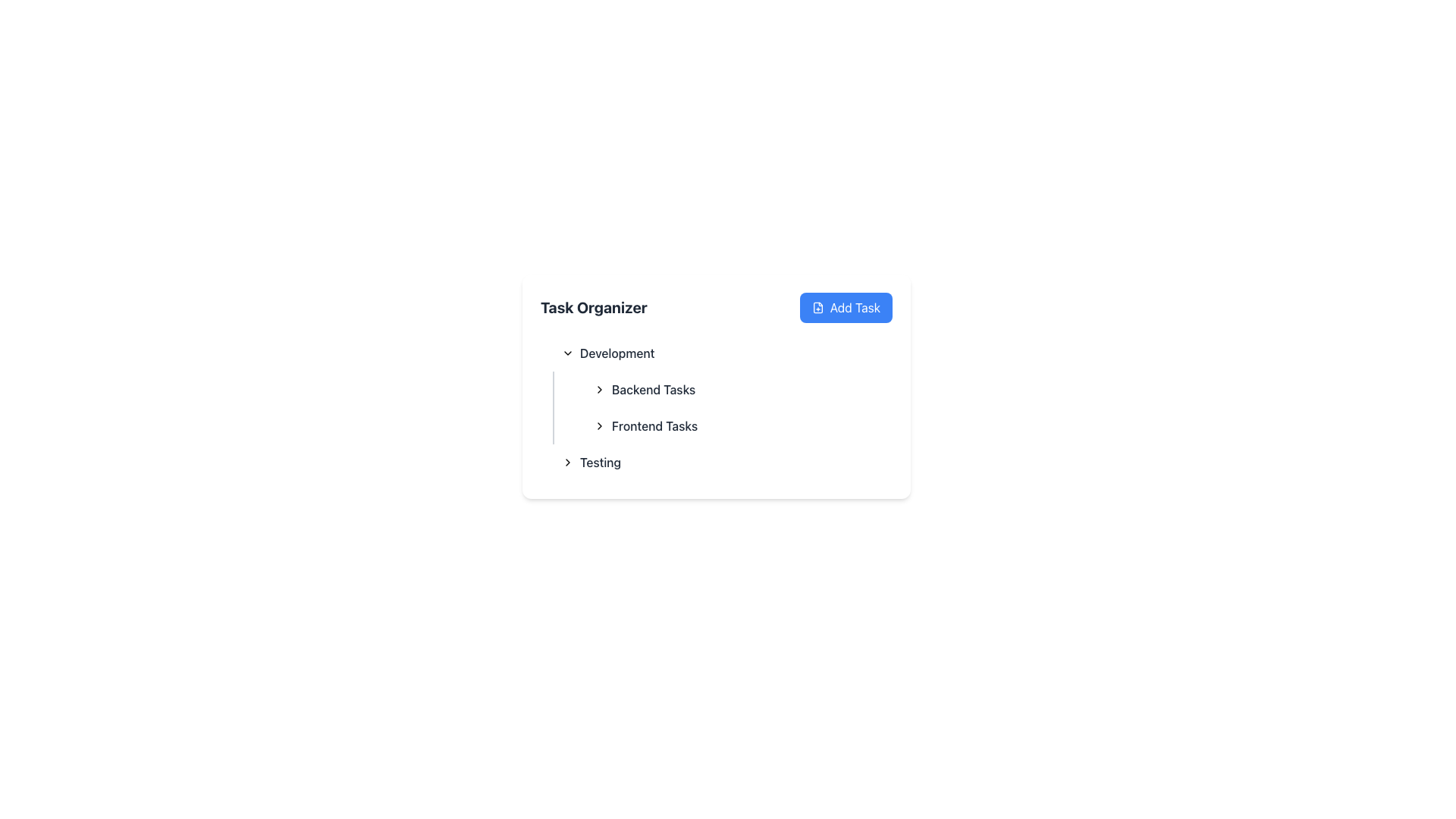 The width and height of the screenshot is (1456, 819). What do you see at coordinates (722, 353) in the screenshot?
I see `the Interactive Header labeled 'Development' for keyboard navigation` at bounding box center [722, 353].